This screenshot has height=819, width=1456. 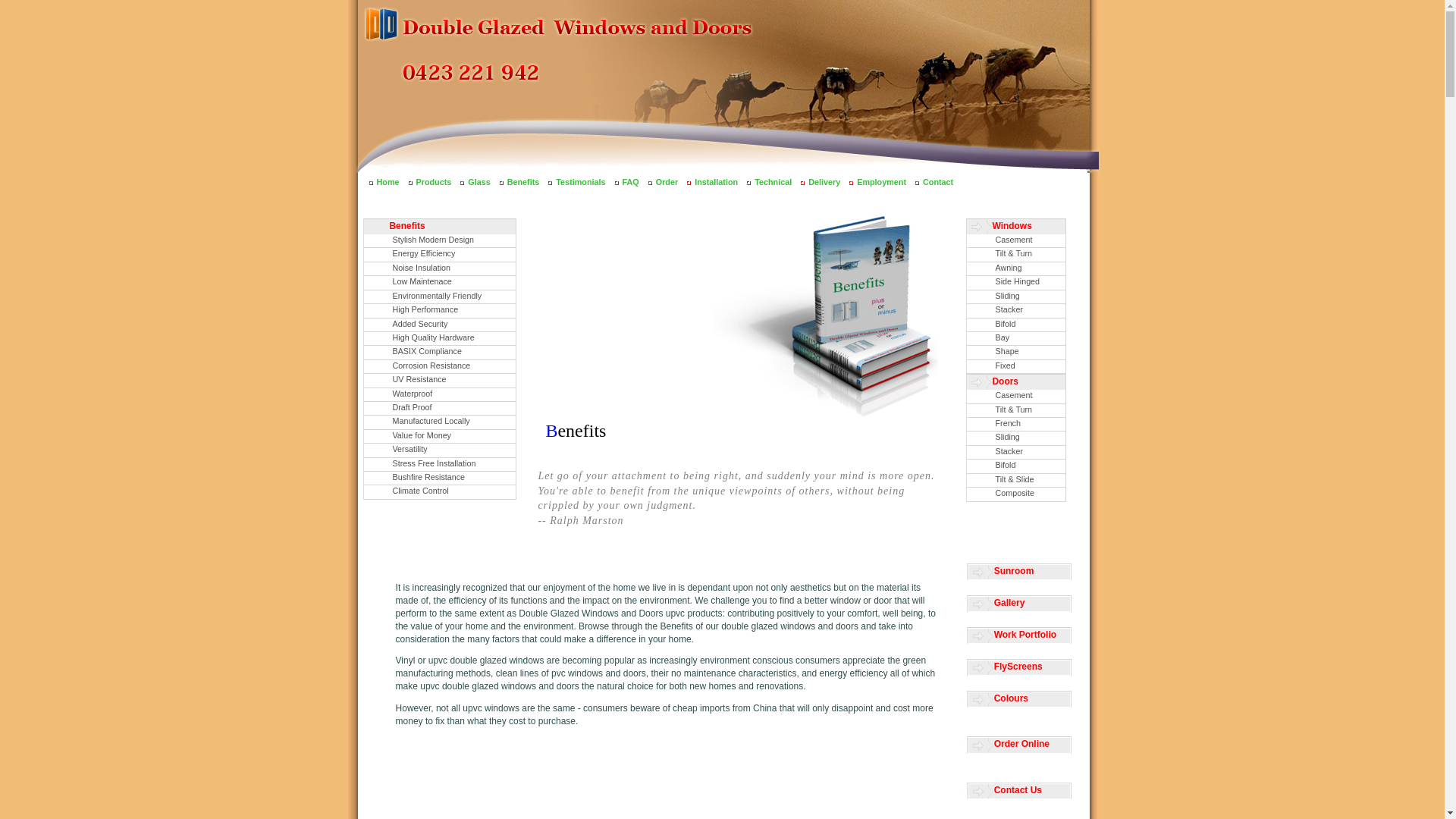 I want to click on 'Windows', so click(x=1015, y=227).